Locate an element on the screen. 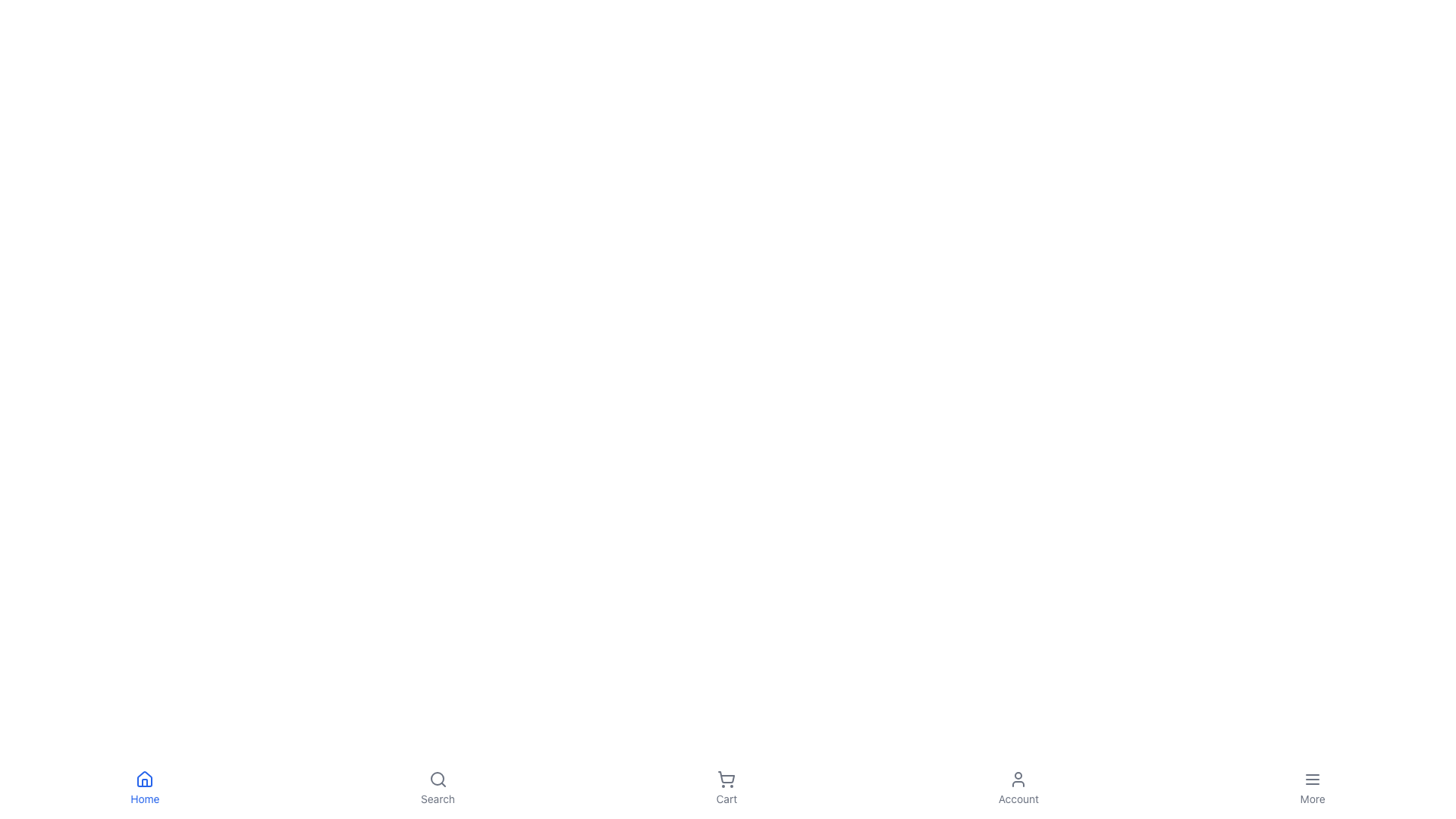 This screenshot has height=819, width=1456. the 'Cart' button with a shopping cart icon located in the bottom navigation bar to change its color is located at coordinates (726, 788).